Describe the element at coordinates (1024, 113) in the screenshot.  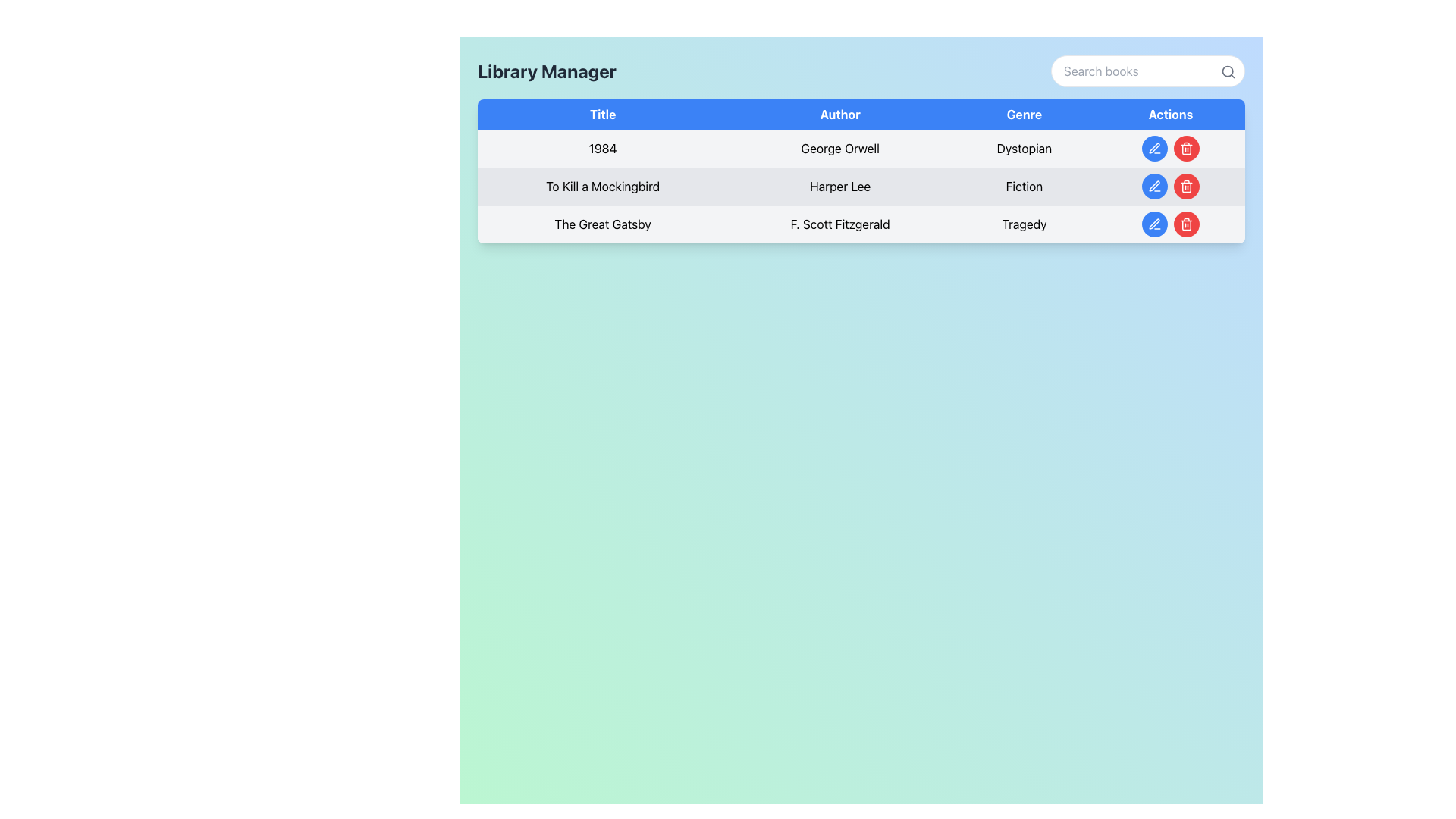
I see `the 'Genre' column header label in the table, which is the third column header among 'Title', 'Author', 'Genre', and 'Actions'` at that location.